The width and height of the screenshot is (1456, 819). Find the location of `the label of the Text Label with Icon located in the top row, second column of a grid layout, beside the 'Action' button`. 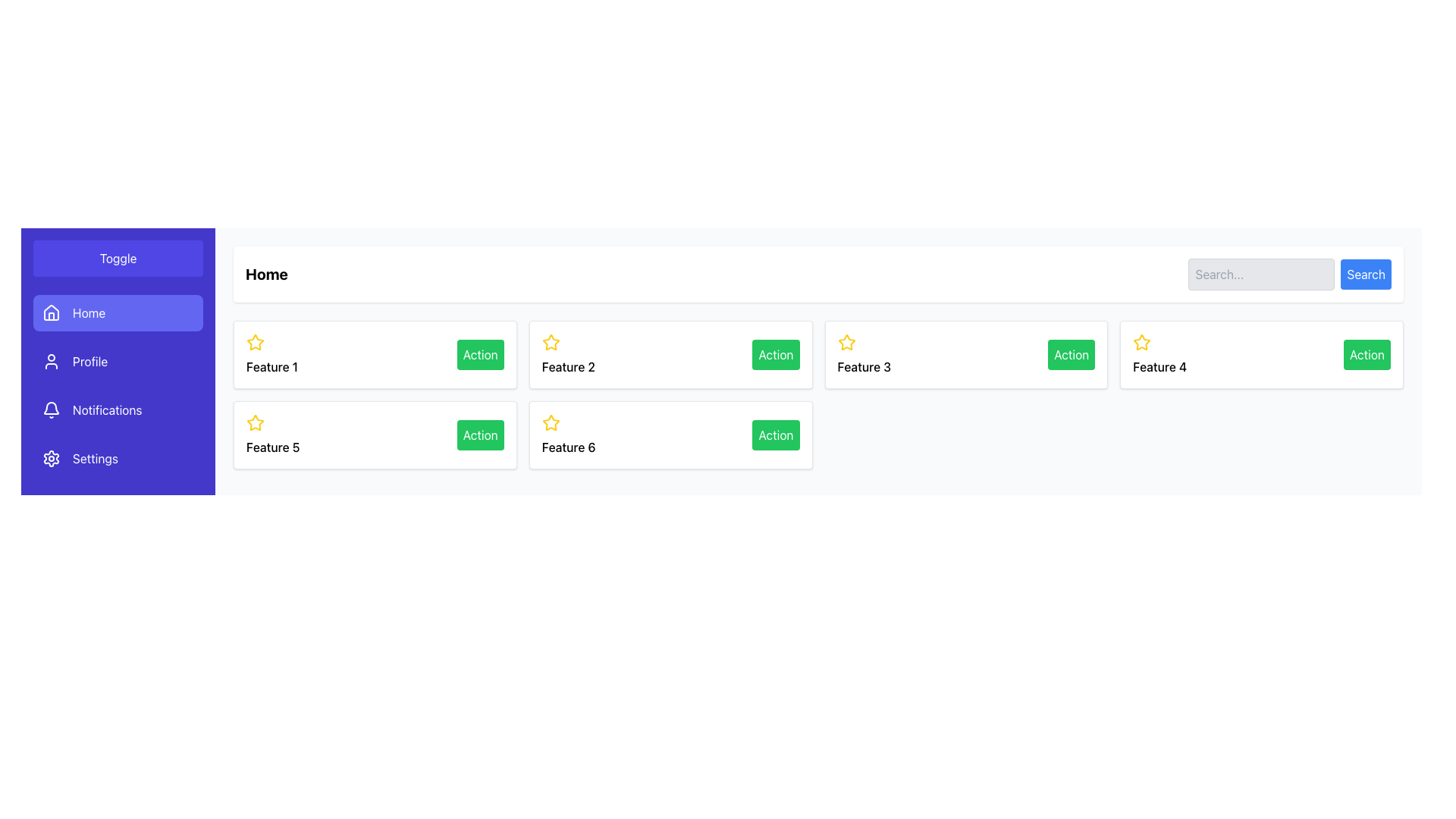

the label of the Text Label with Icon located in the top row, second column of a grid layout, beside the 'Action' button is located at coordinates (567, 354).